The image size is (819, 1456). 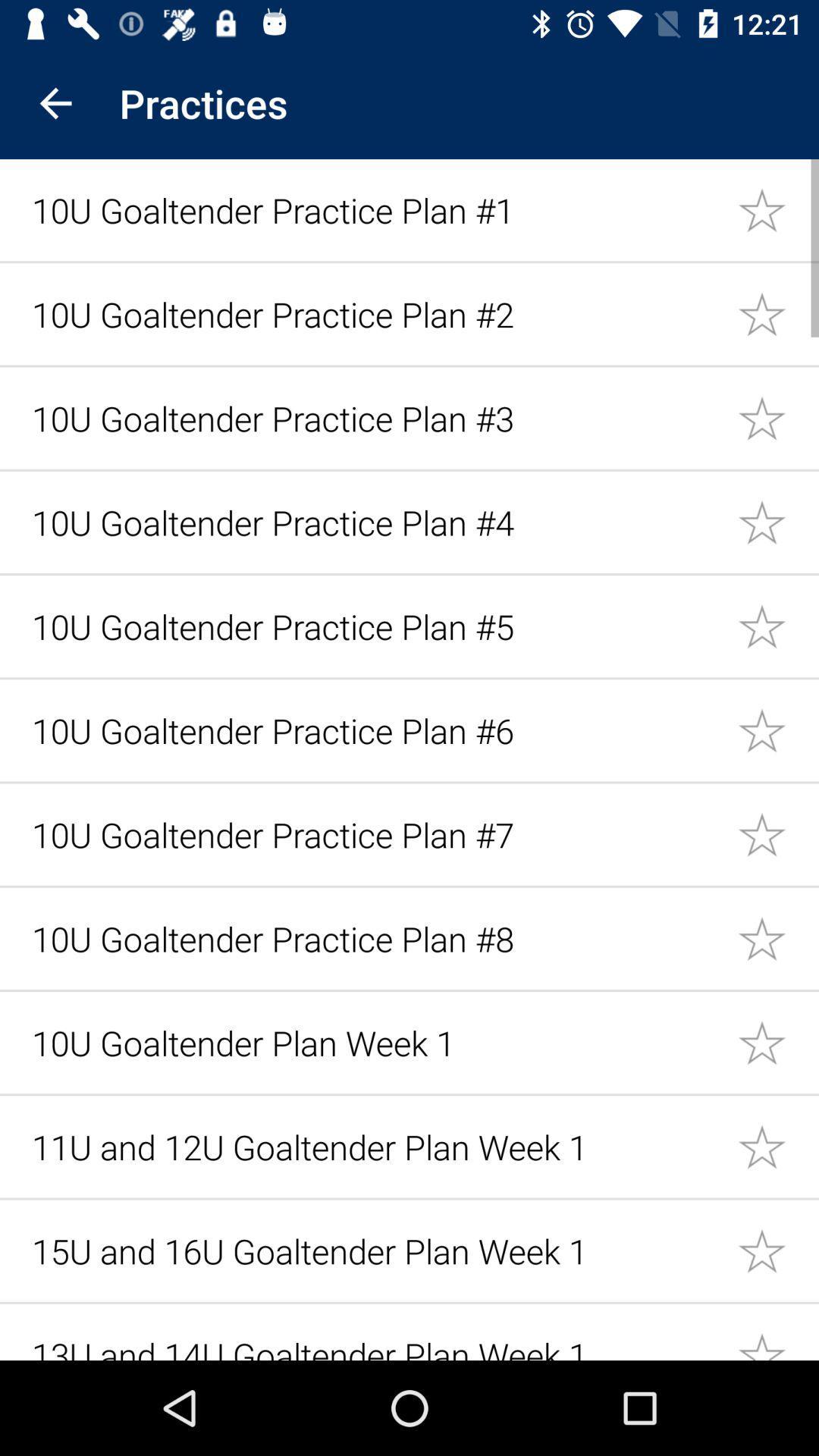 I want to click on star a practice plan, so click(x=778, y=730).